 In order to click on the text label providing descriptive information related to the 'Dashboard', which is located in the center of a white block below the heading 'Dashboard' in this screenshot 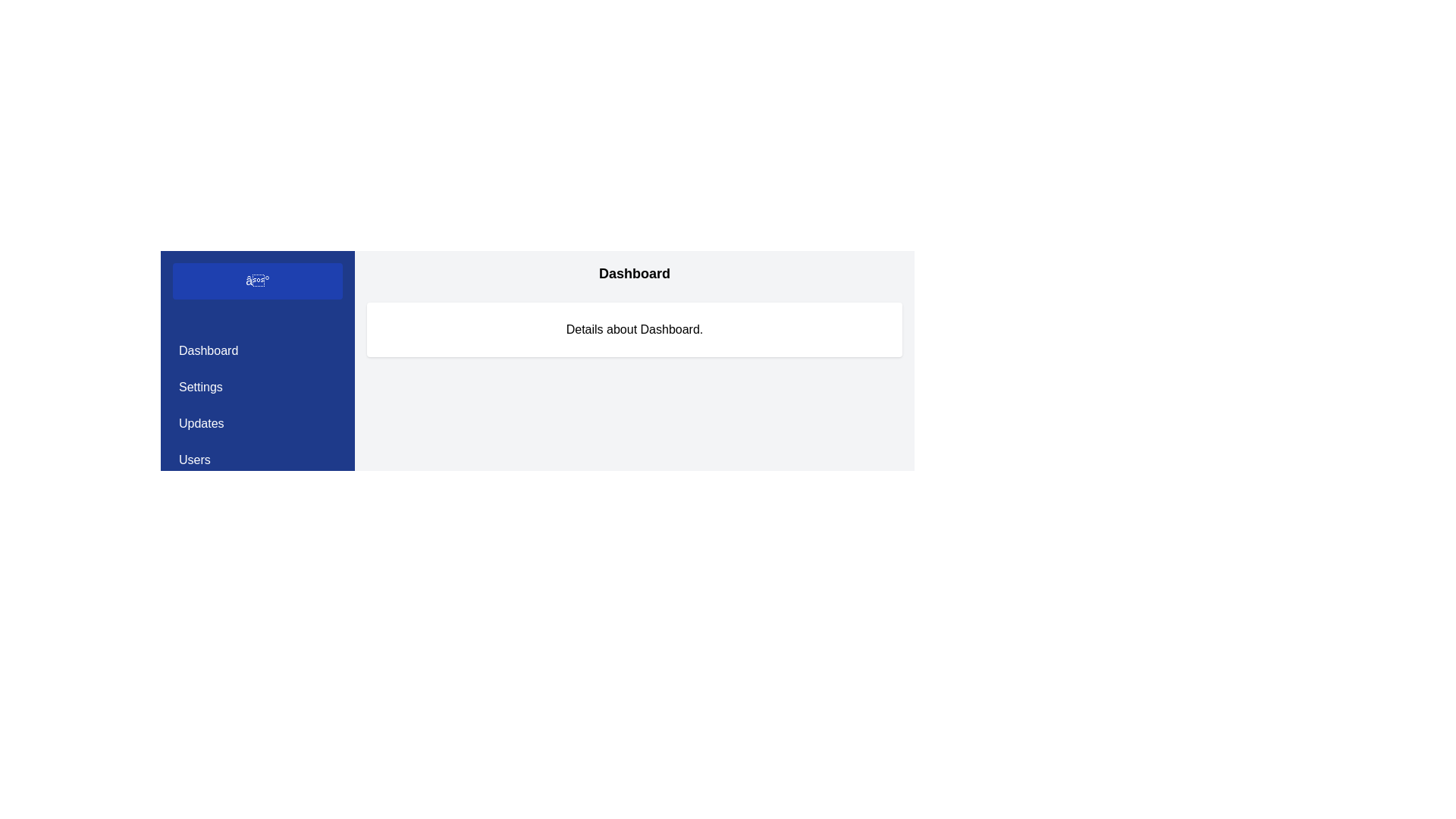, I will do `click(634, 329)`.